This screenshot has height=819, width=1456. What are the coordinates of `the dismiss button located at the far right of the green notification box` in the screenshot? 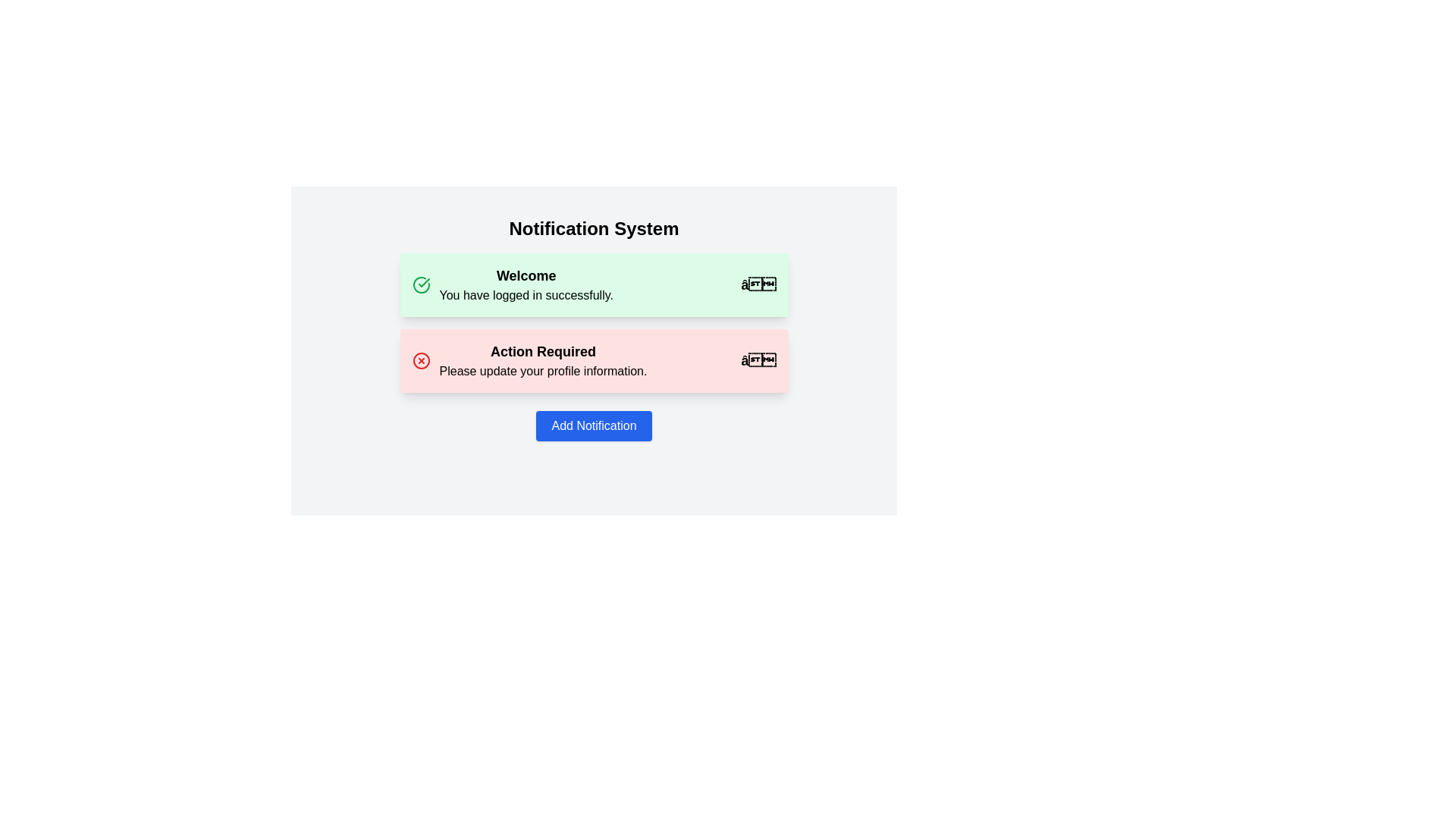 It's located at (758, 284).